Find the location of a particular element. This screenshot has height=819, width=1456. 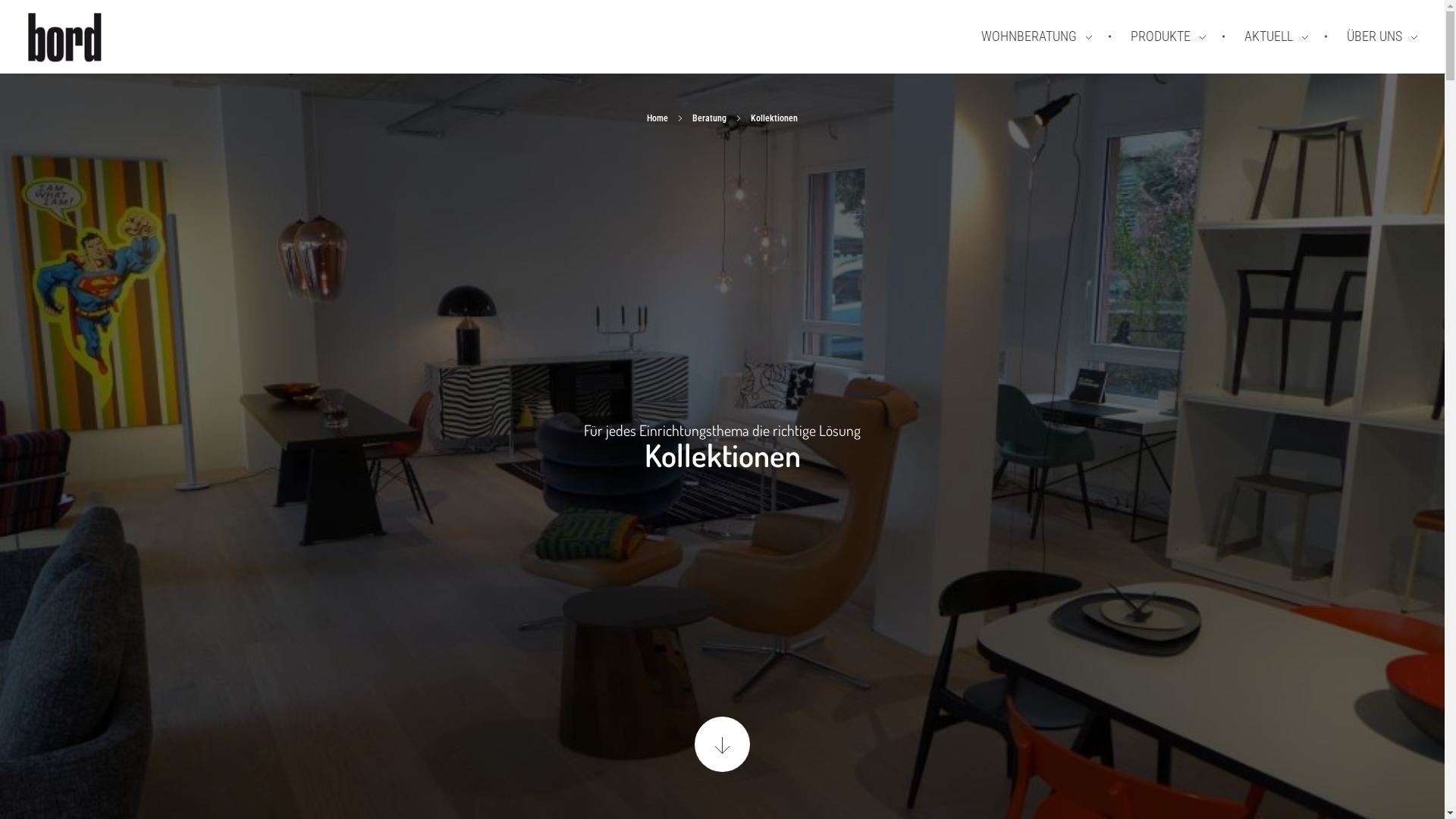

'Home' is located at coordinates (647, 117).